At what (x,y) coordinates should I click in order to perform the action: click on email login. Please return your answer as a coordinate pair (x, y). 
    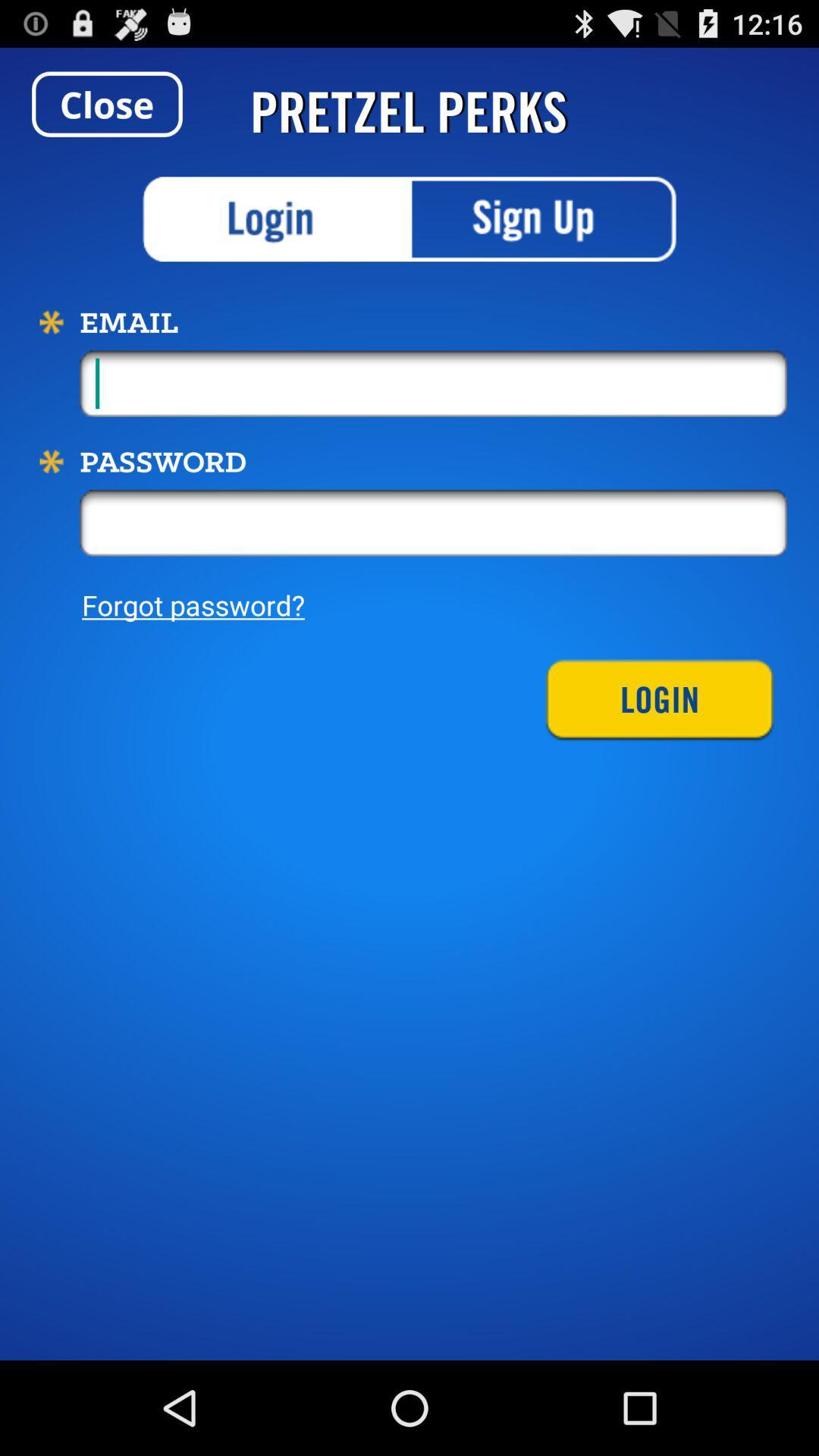
    Looking at the image, I should click on (276, 218).